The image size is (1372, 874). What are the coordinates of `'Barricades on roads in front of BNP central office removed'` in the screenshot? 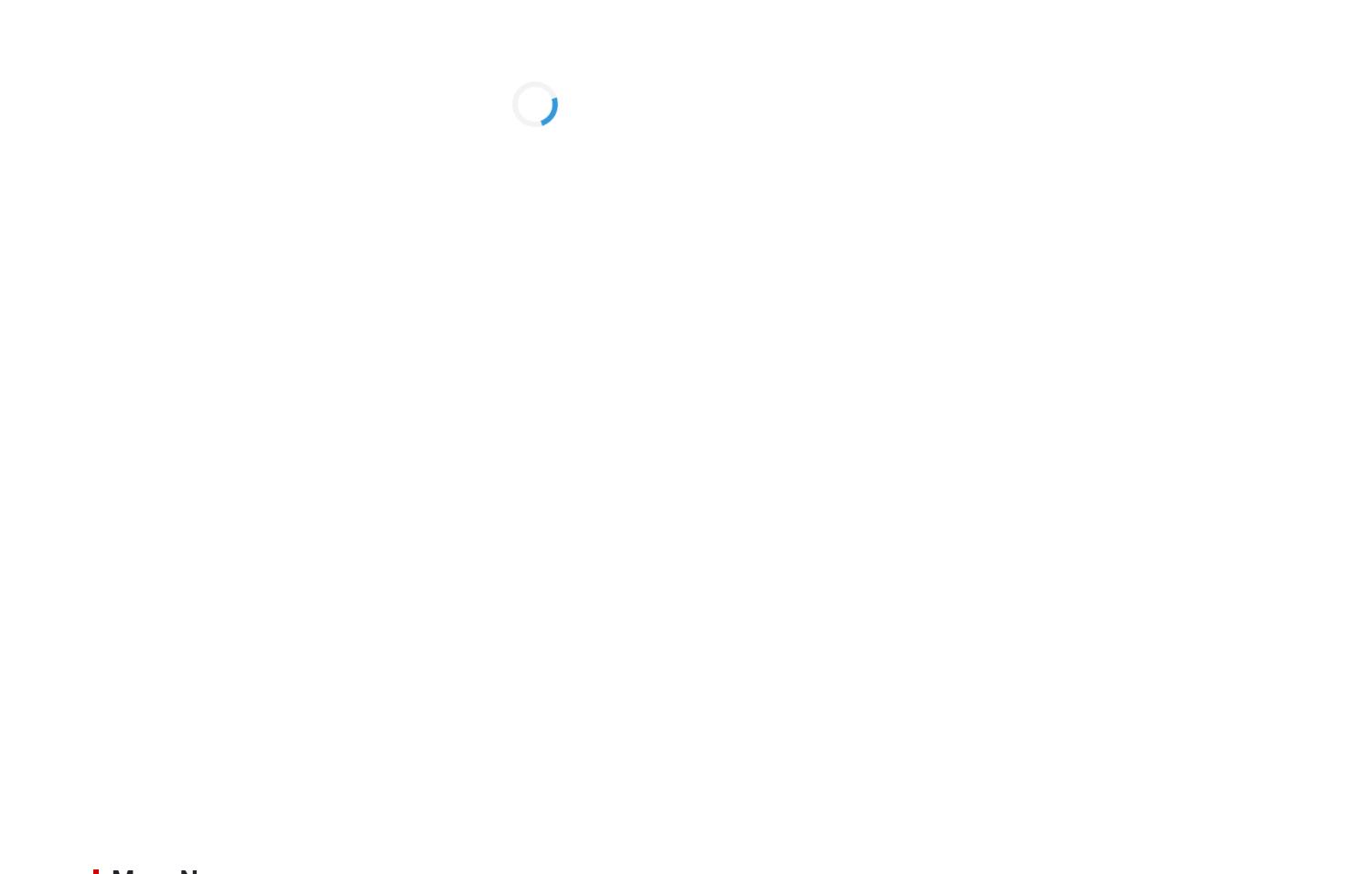 It's located at (1159, 182).